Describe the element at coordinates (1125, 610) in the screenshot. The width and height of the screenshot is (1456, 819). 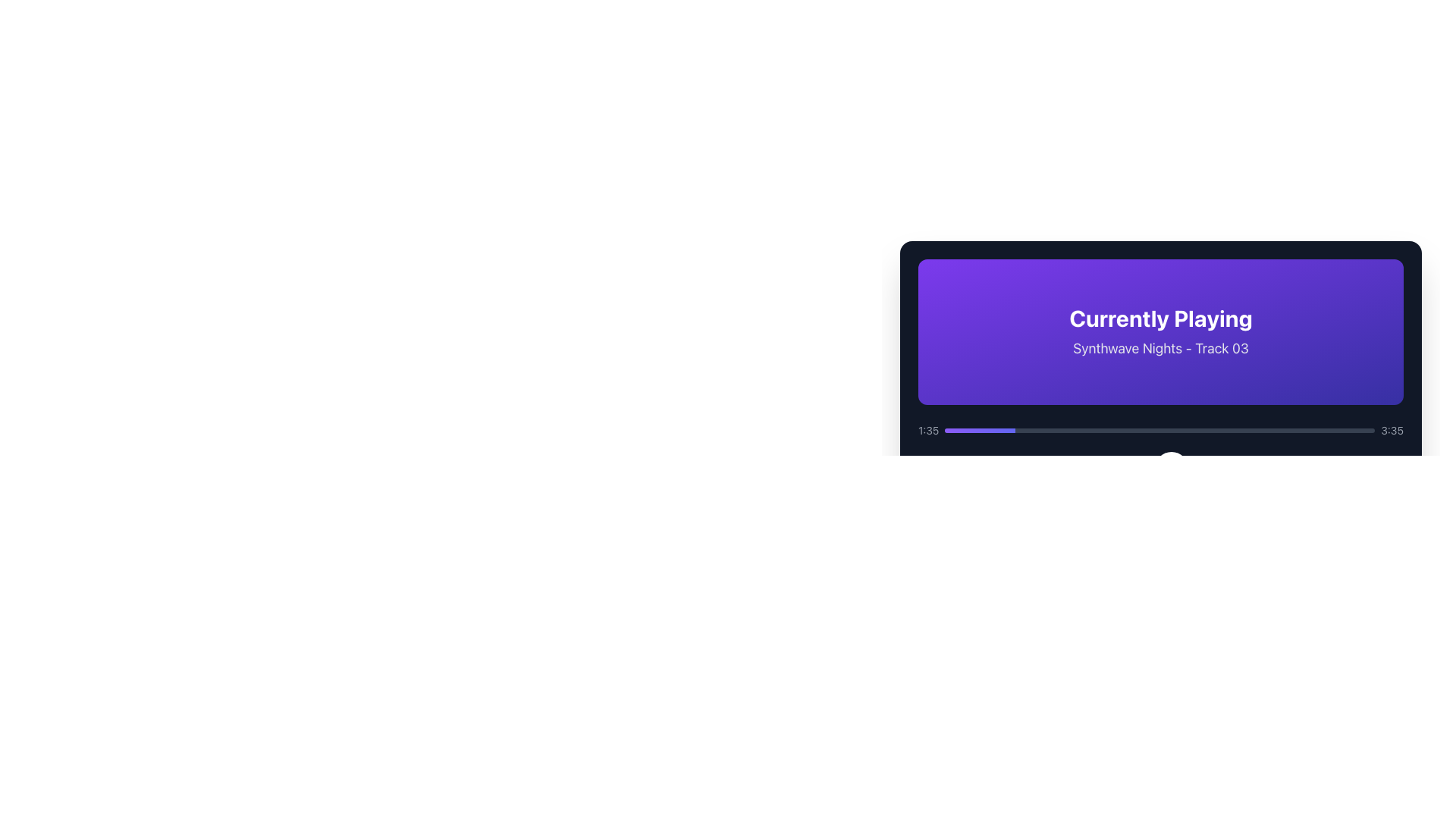
I see `'Various Artists' text label, which is styled in gray and located below the 'Synthwave Nights' text, using developer tools` at that location.